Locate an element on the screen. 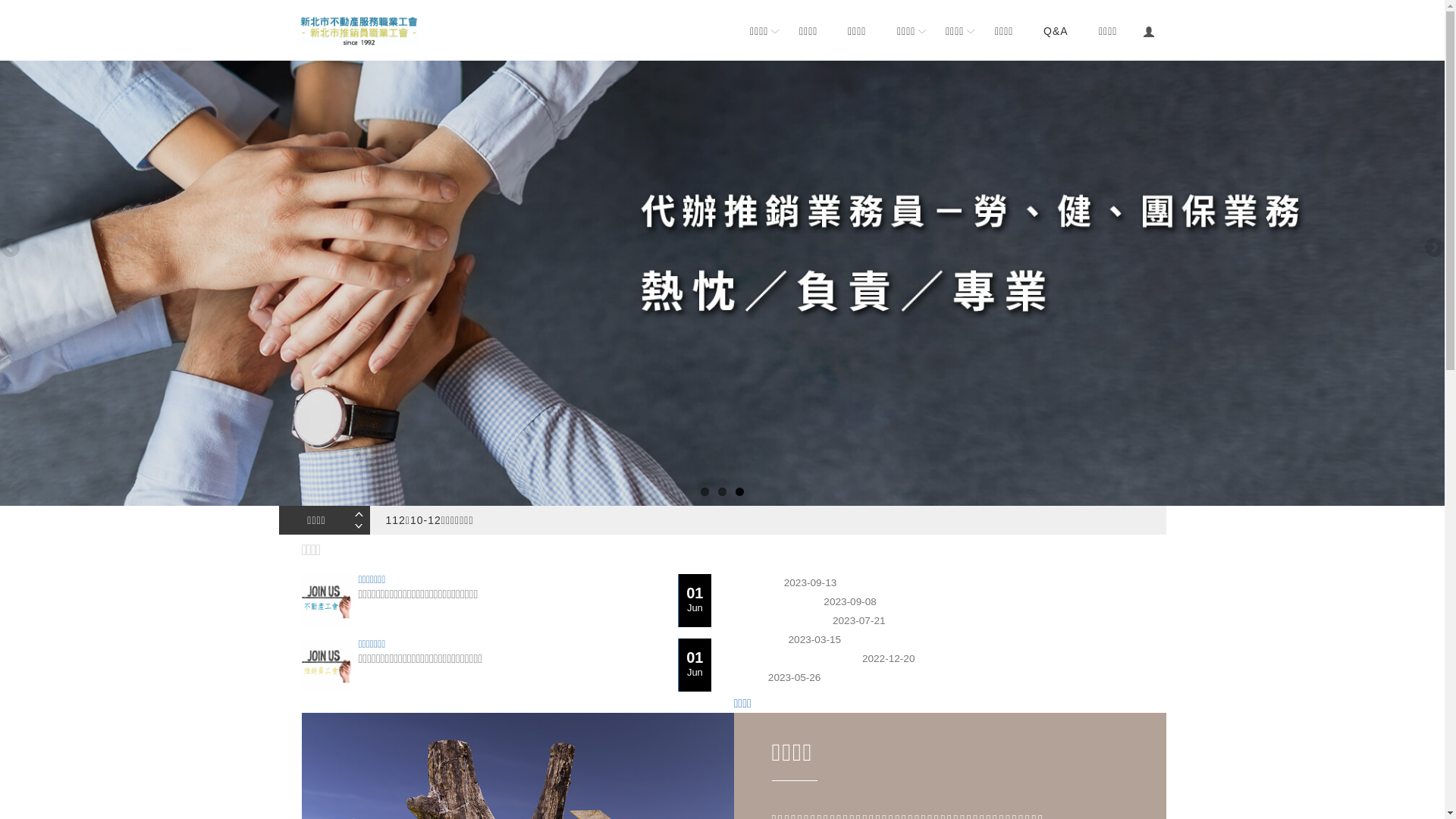 The image size is (1456, 819). 'Next' is located at coordinates (1432, 247).